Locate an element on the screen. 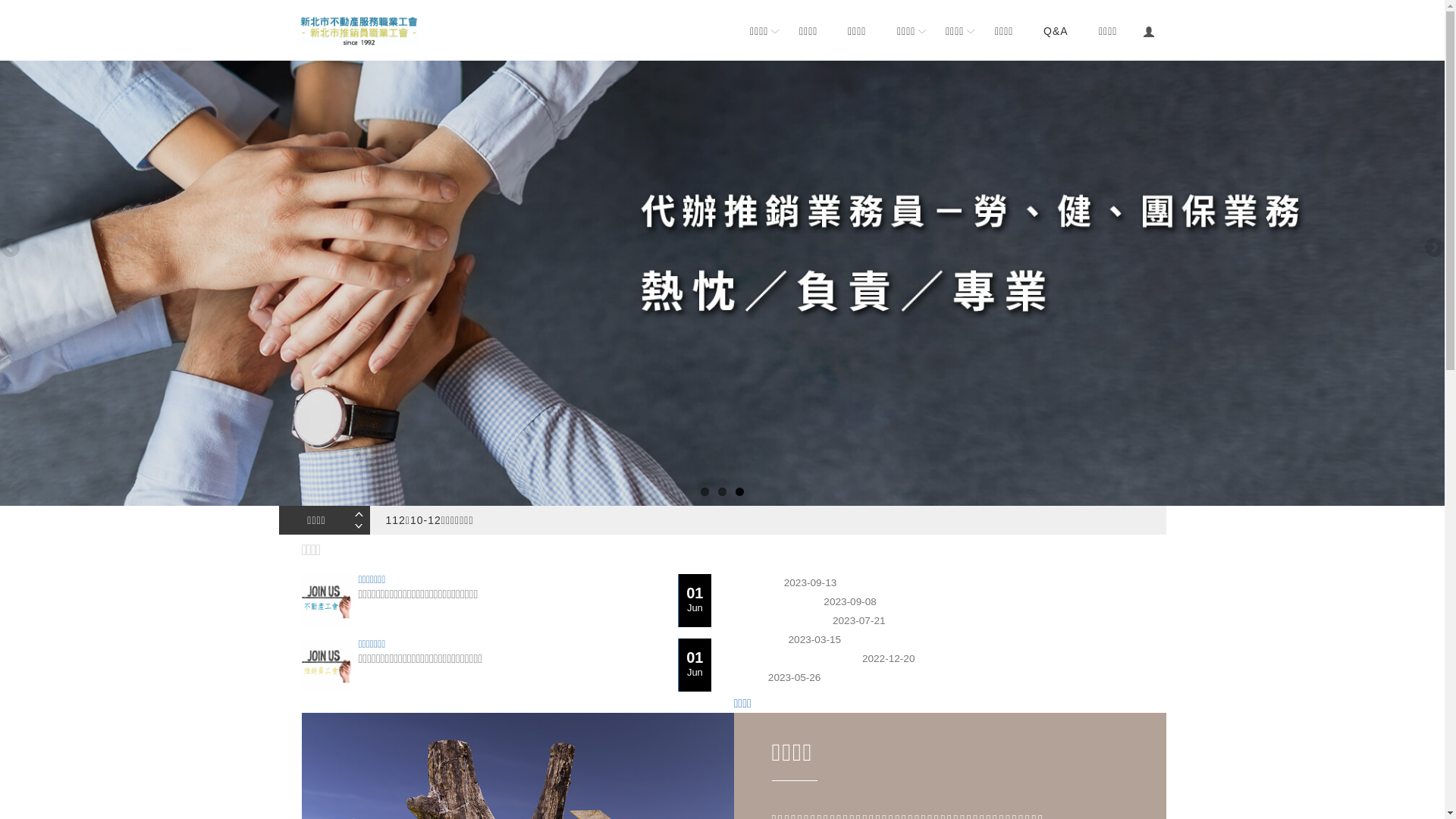 The image size is (1456, 819). 'Next' is located at coordinates (1432, 247).